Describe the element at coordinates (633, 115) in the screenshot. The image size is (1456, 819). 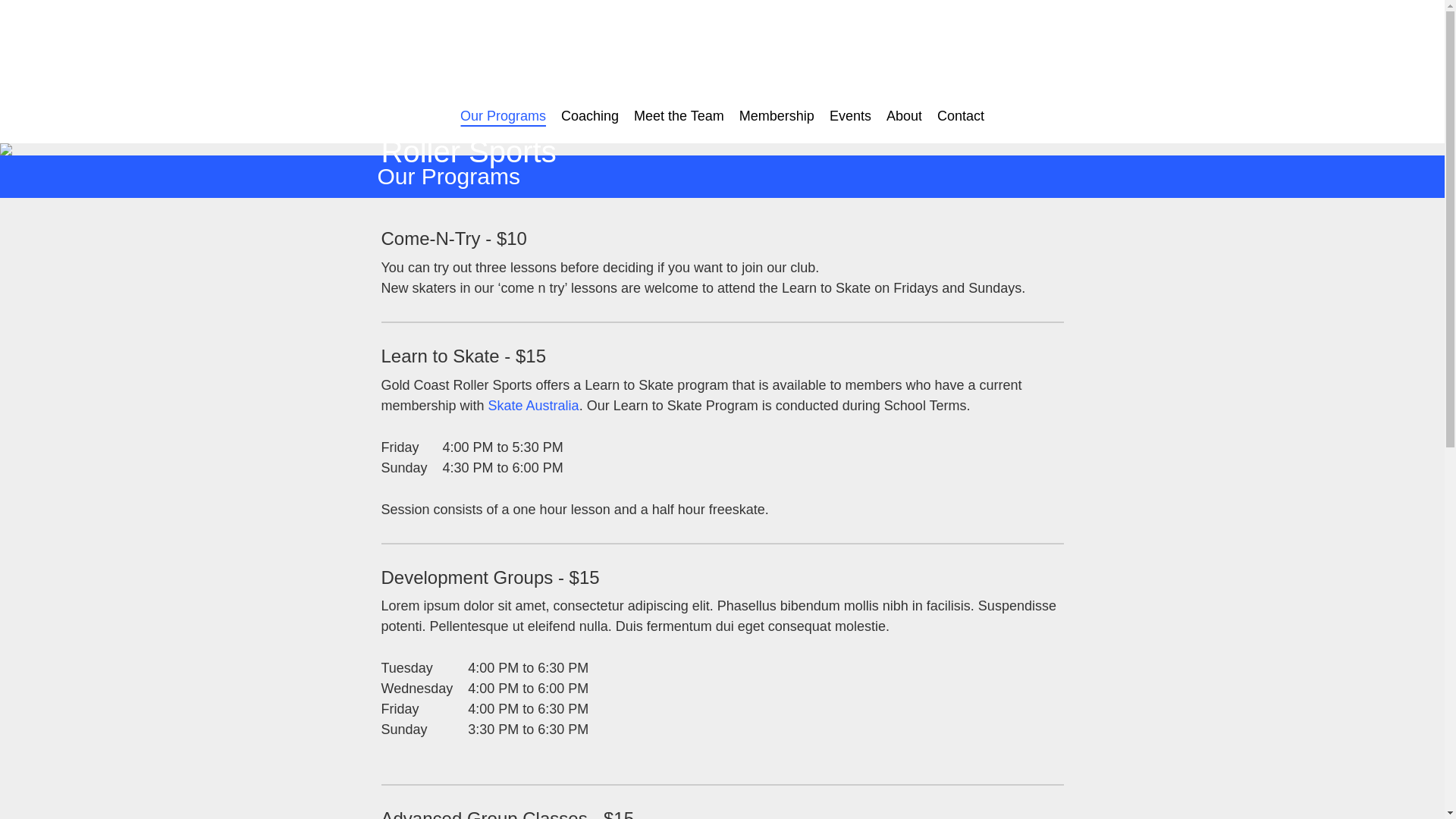
I see `'Meet the Team'` at that location.